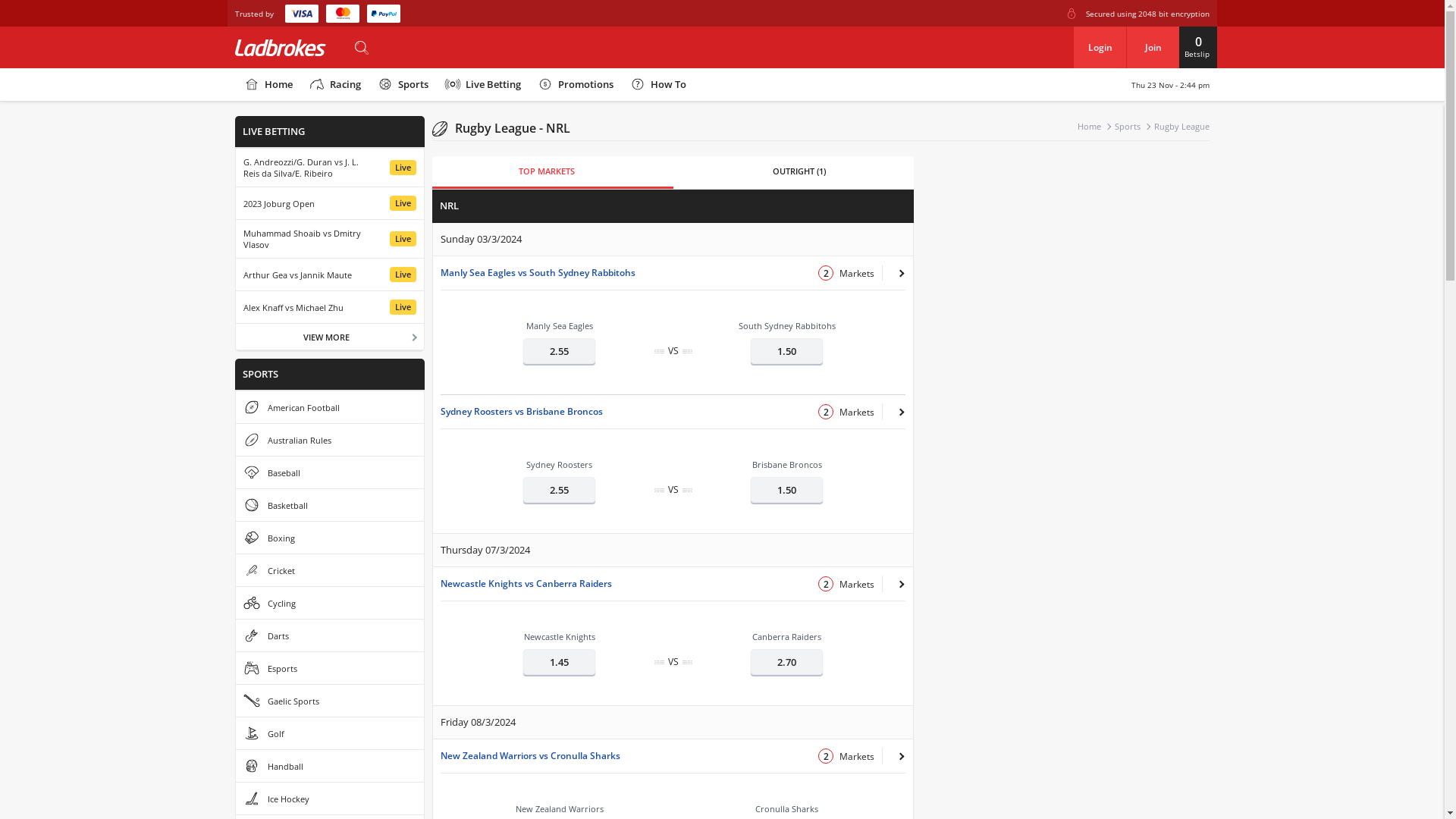 The width and height of the screenshot is (1456, 819). What do you see at coordinates (300, 84) in the screenshot?
I see `'Racing'` at bounding box center [300, 84].